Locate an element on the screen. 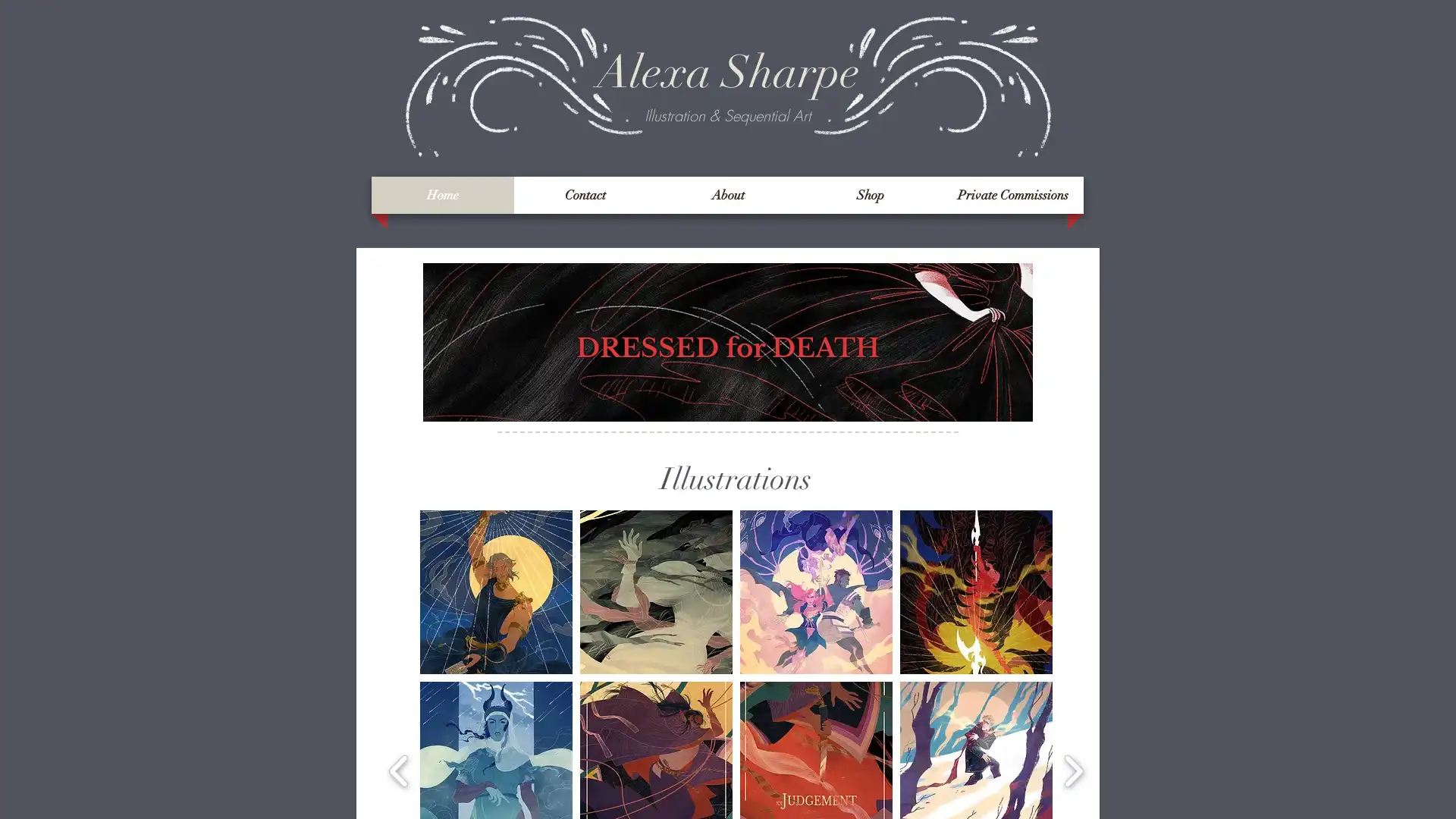 The width and height of the screenshot is (1456, 819). previous is located at coordinates (399, 769).